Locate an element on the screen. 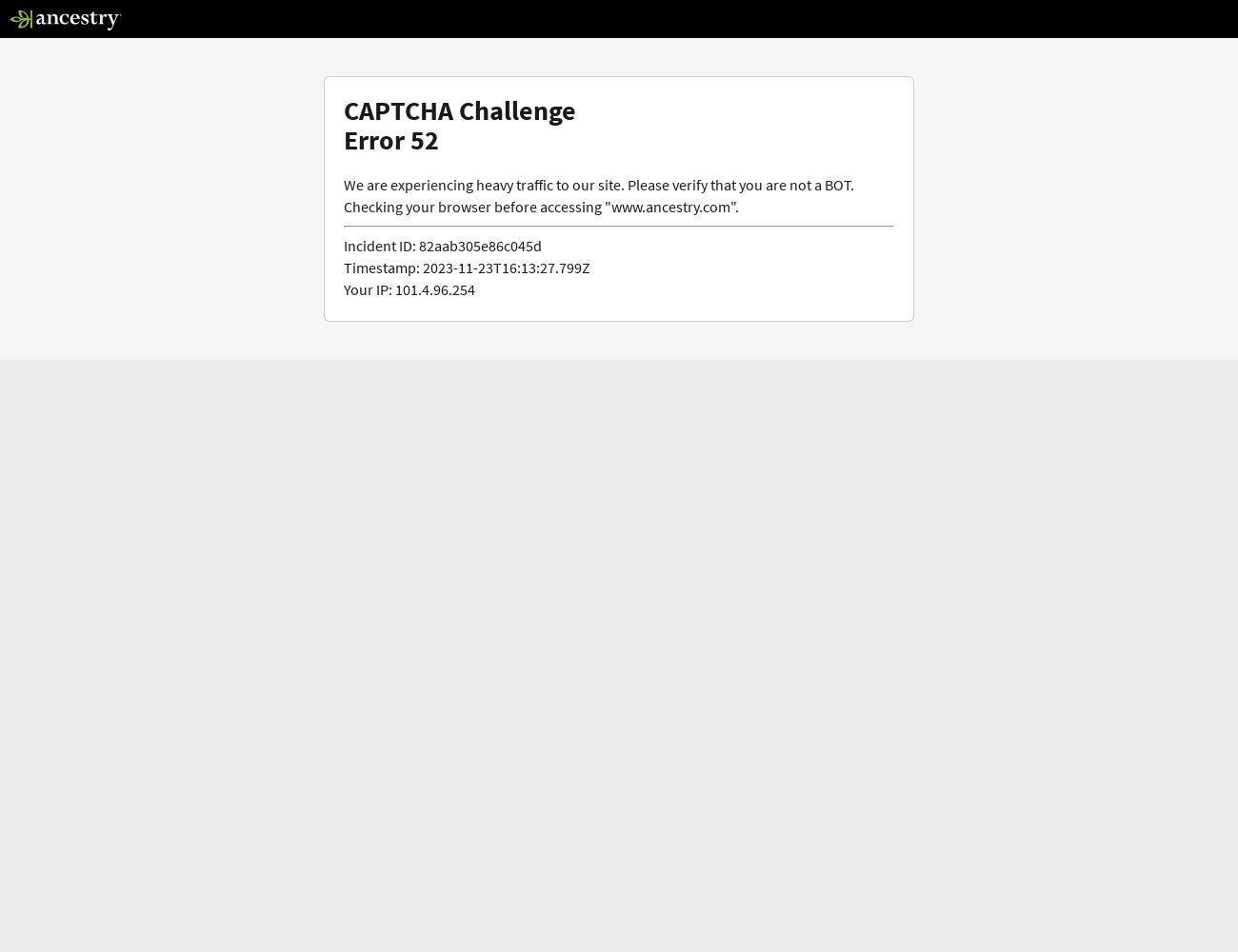 This screenshot has height=952, width=1238. 'We are experiencing heavy traffic to our site. Please verify that you are not a BOT.' is located at coordinates (598, 183).